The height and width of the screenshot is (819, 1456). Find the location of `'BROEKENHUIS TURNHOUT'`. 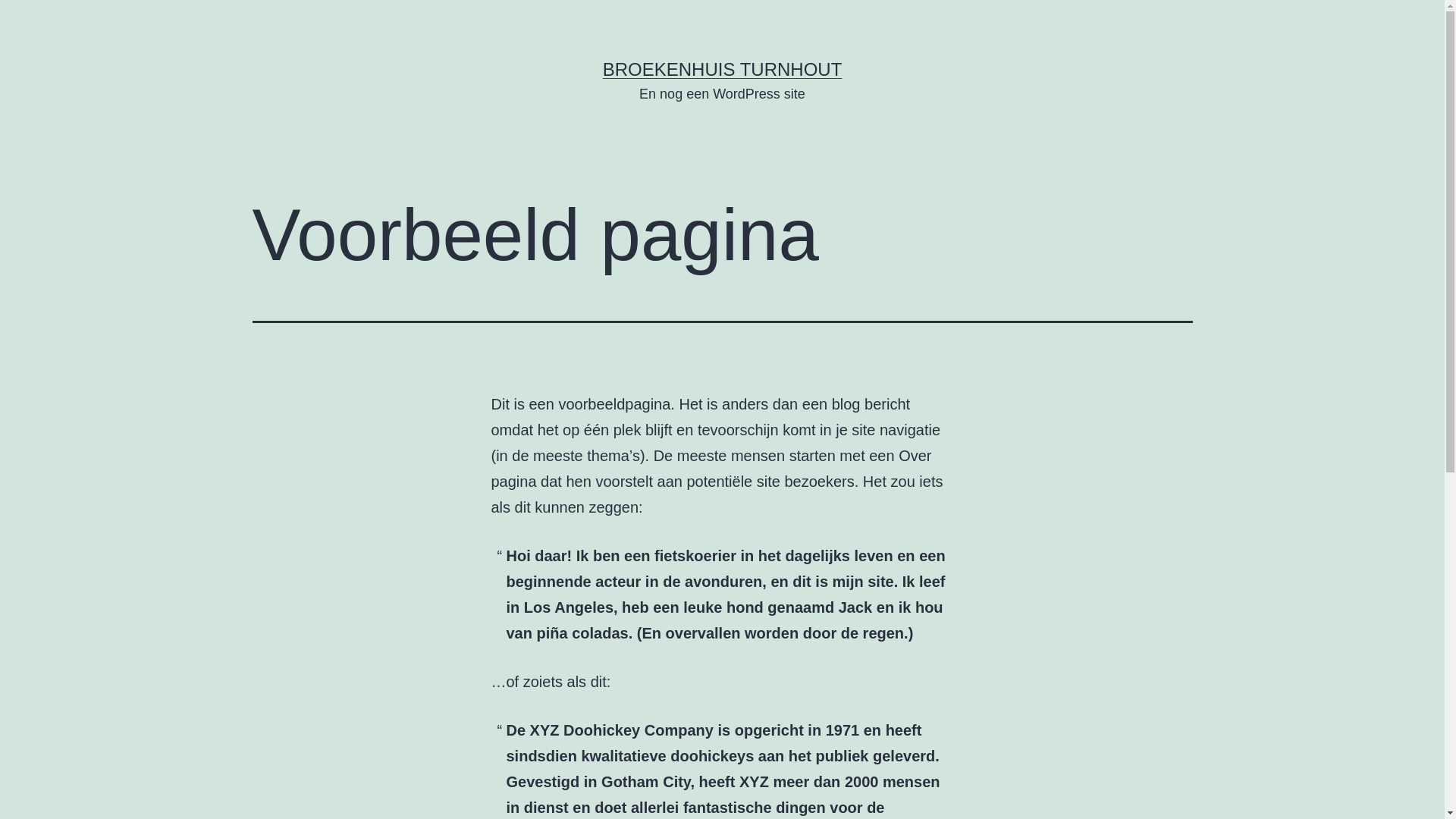

'BROEKENHUIS TURNHOUT' is located at coordinates (722, 69).